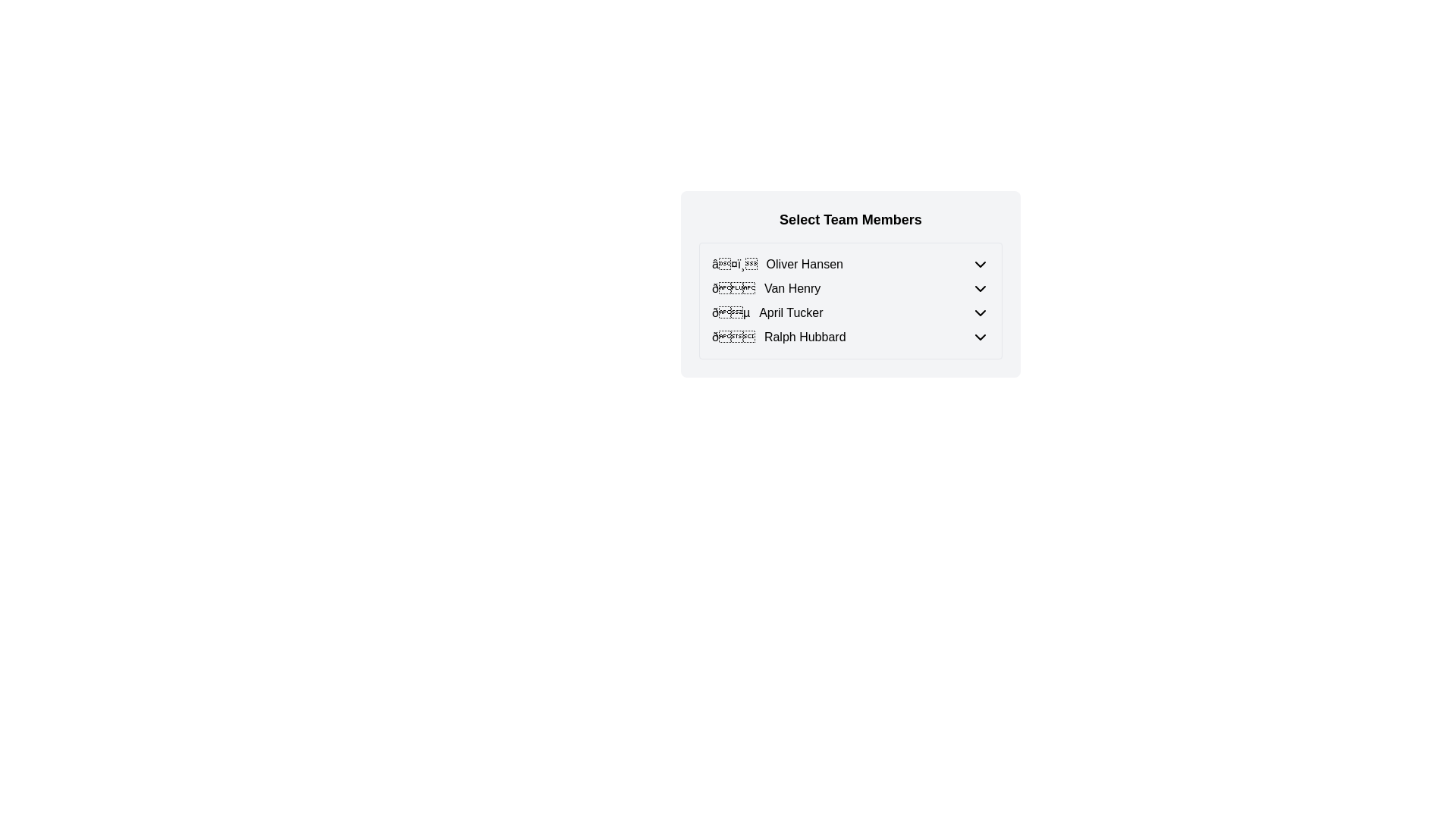  Describe the element at coordinates (851, 301) in the screenshot. I see `the entry in the selectable list of team members` at that location.